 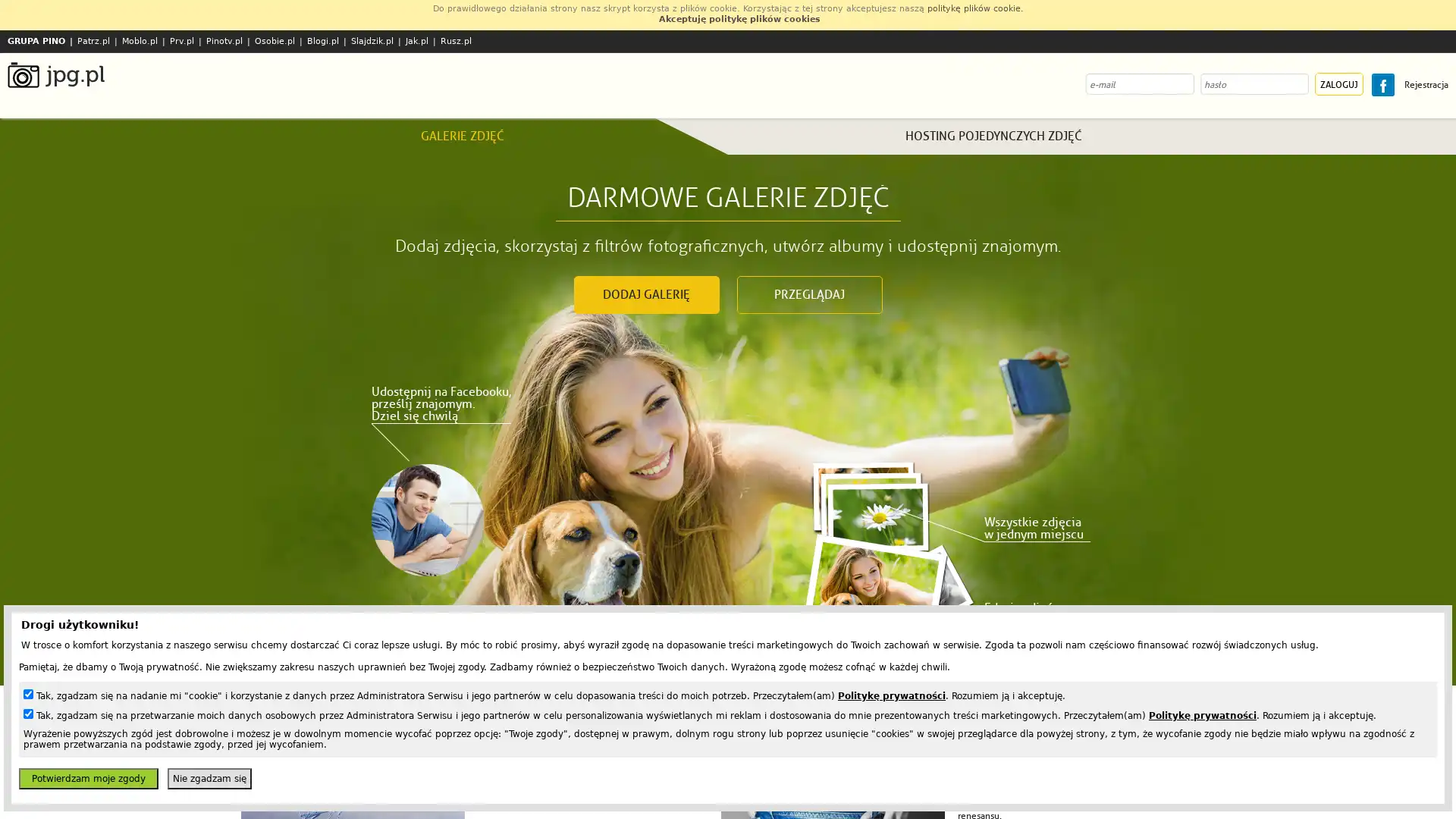 What do you see at coordinates (87, 778) in the screenshot?
I see `Potwierdzam moje zgody` at bounding box center [87, 778].